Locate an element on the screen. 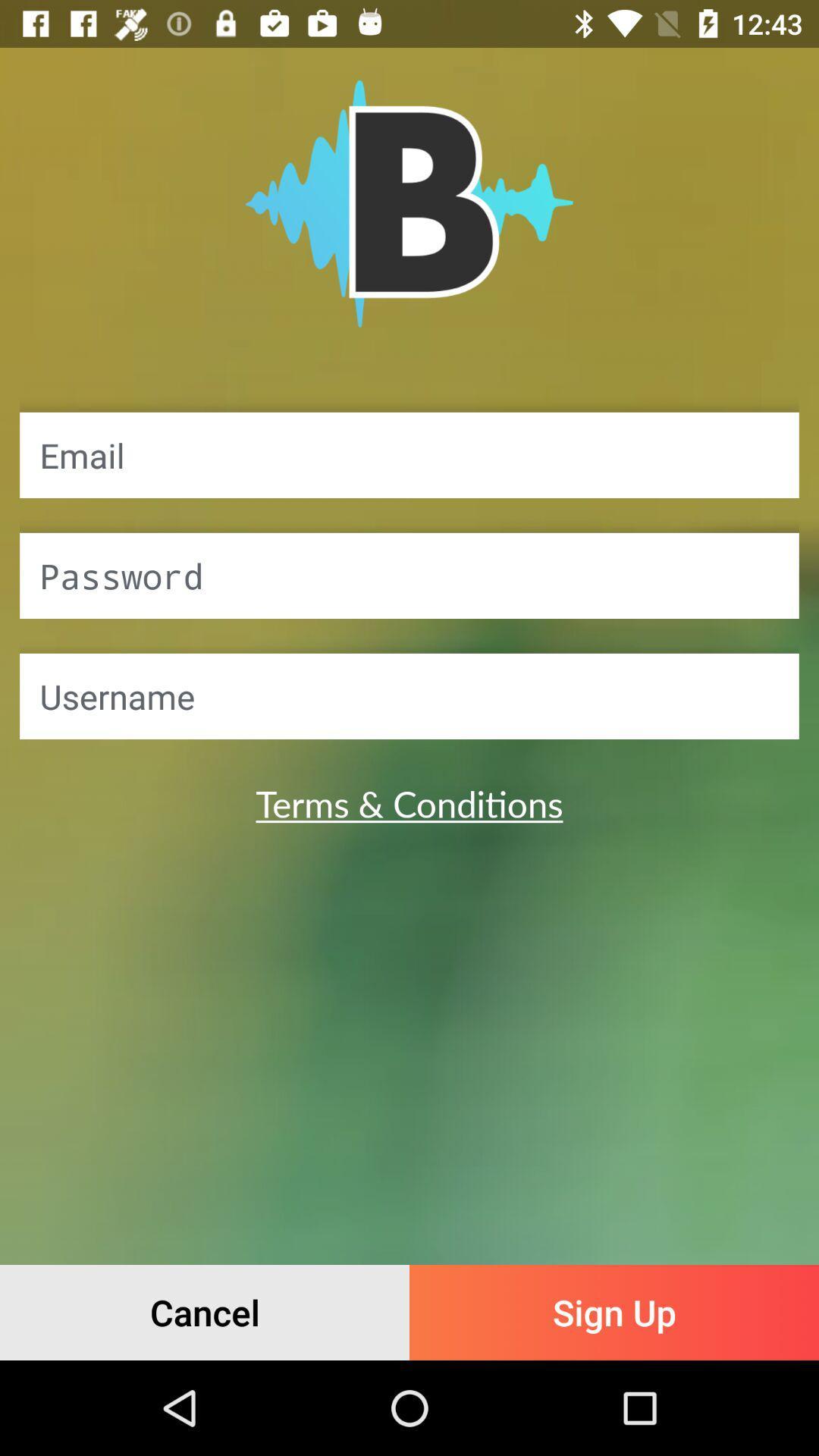  the item below the terms & conditions item is located at coordinates (205, 1312).